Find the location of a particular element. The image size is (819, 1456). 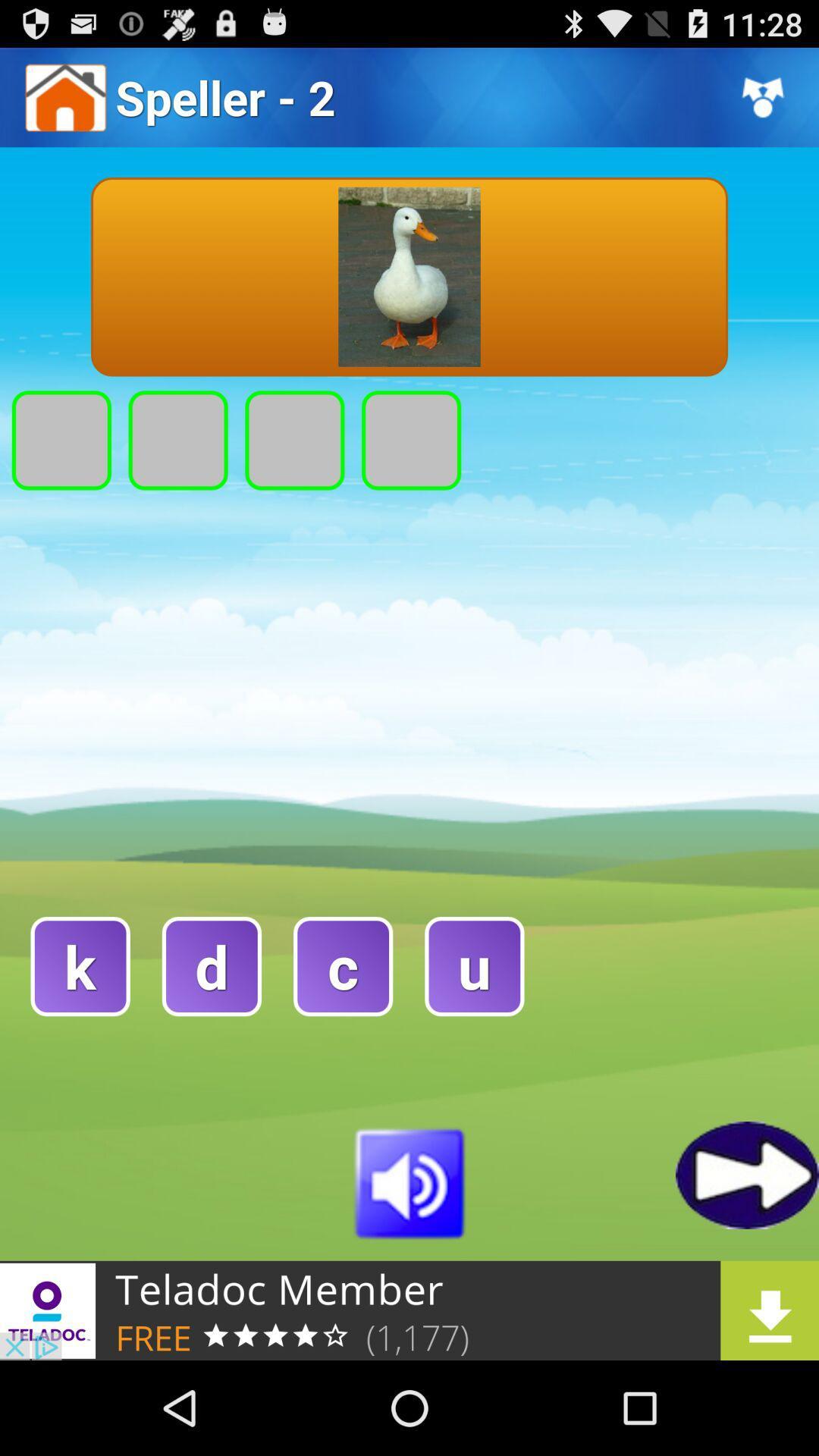

the arrow_forward icon is located at coordinates (746, 1257).